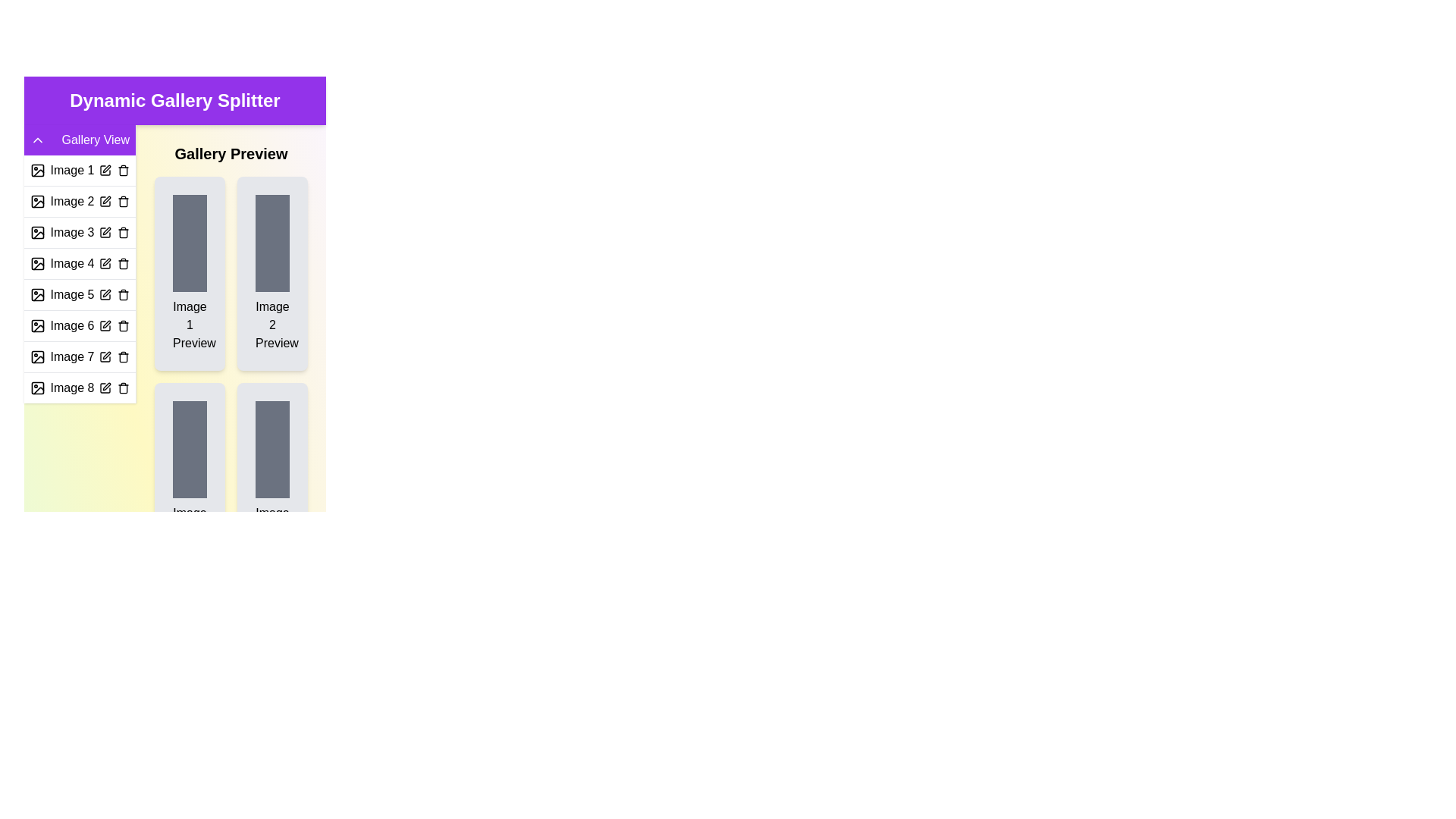 The image size is (1456, 819). Describe the element at coordinates (105, 169) in the screenshot. I see `the edit pen icon associated with 'Image 1' in the 'Gallery View'` at that location.